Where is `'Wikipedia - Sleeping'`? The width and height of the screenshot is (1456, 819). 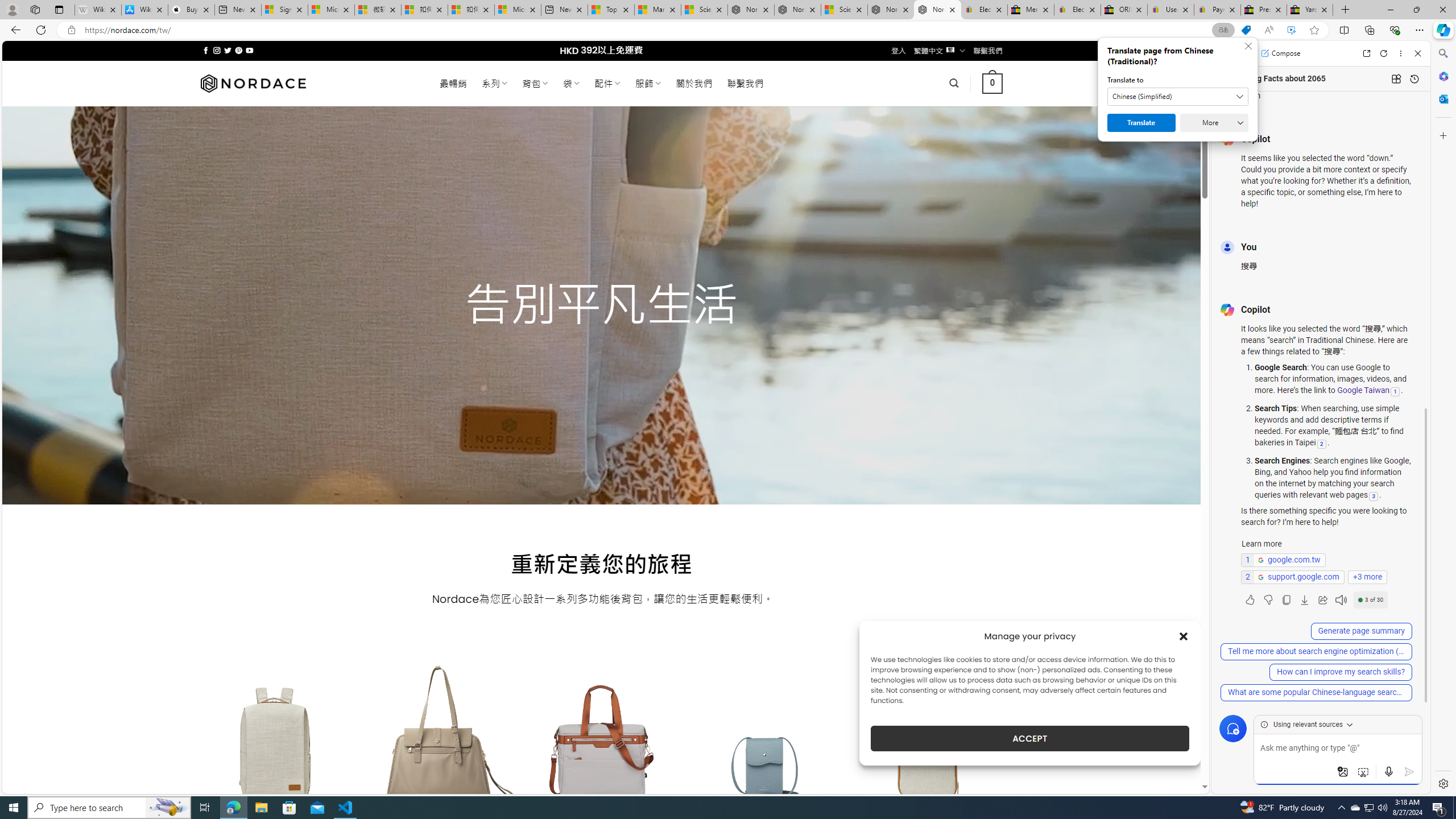
'Wikipedia - Sleeping' is located at coordinates (97, 9).